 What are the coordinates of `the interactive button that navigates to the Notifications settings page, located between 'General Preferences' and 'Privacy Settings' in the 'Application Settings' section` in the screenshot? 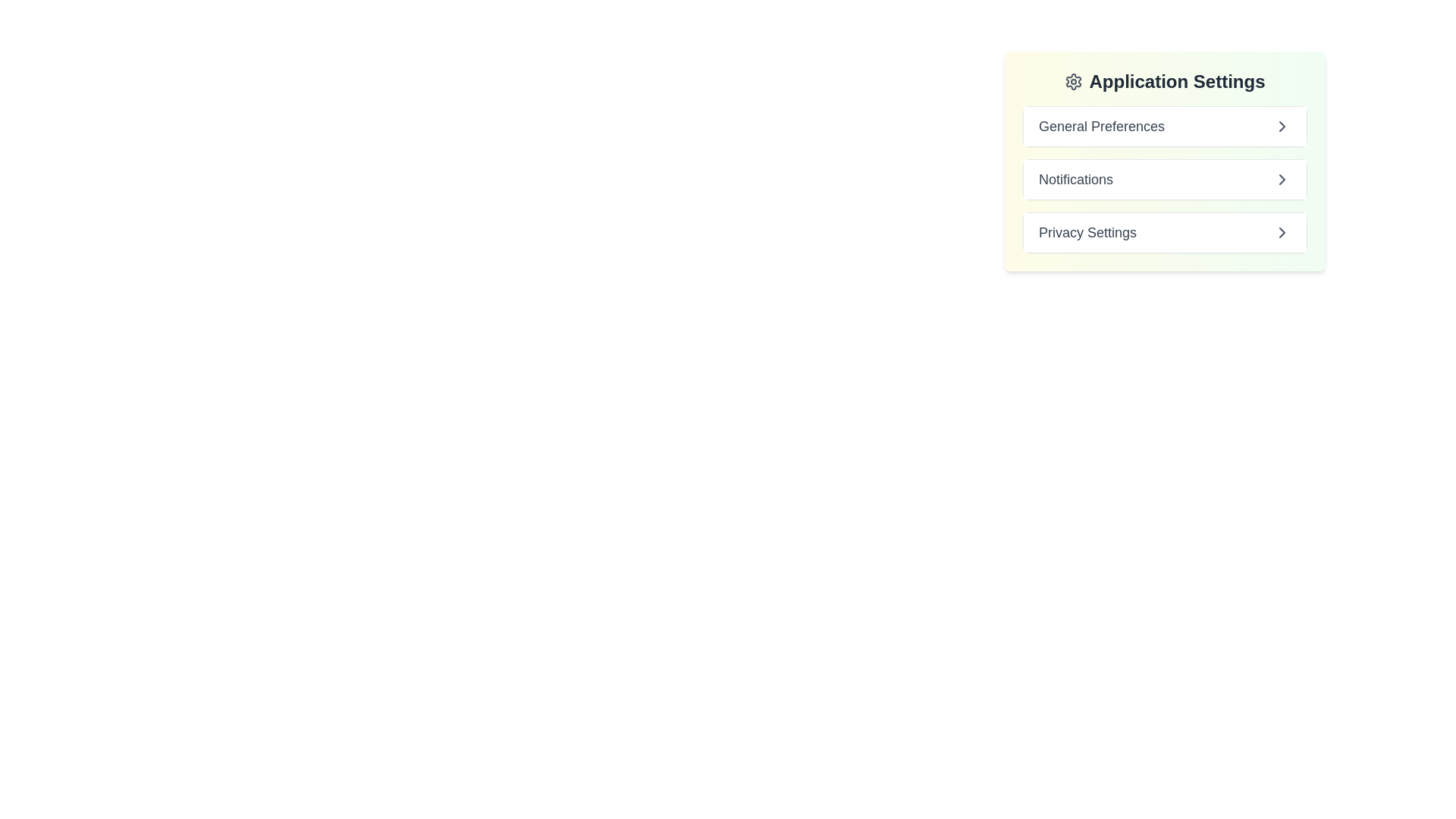 It's located at (1164, 161).